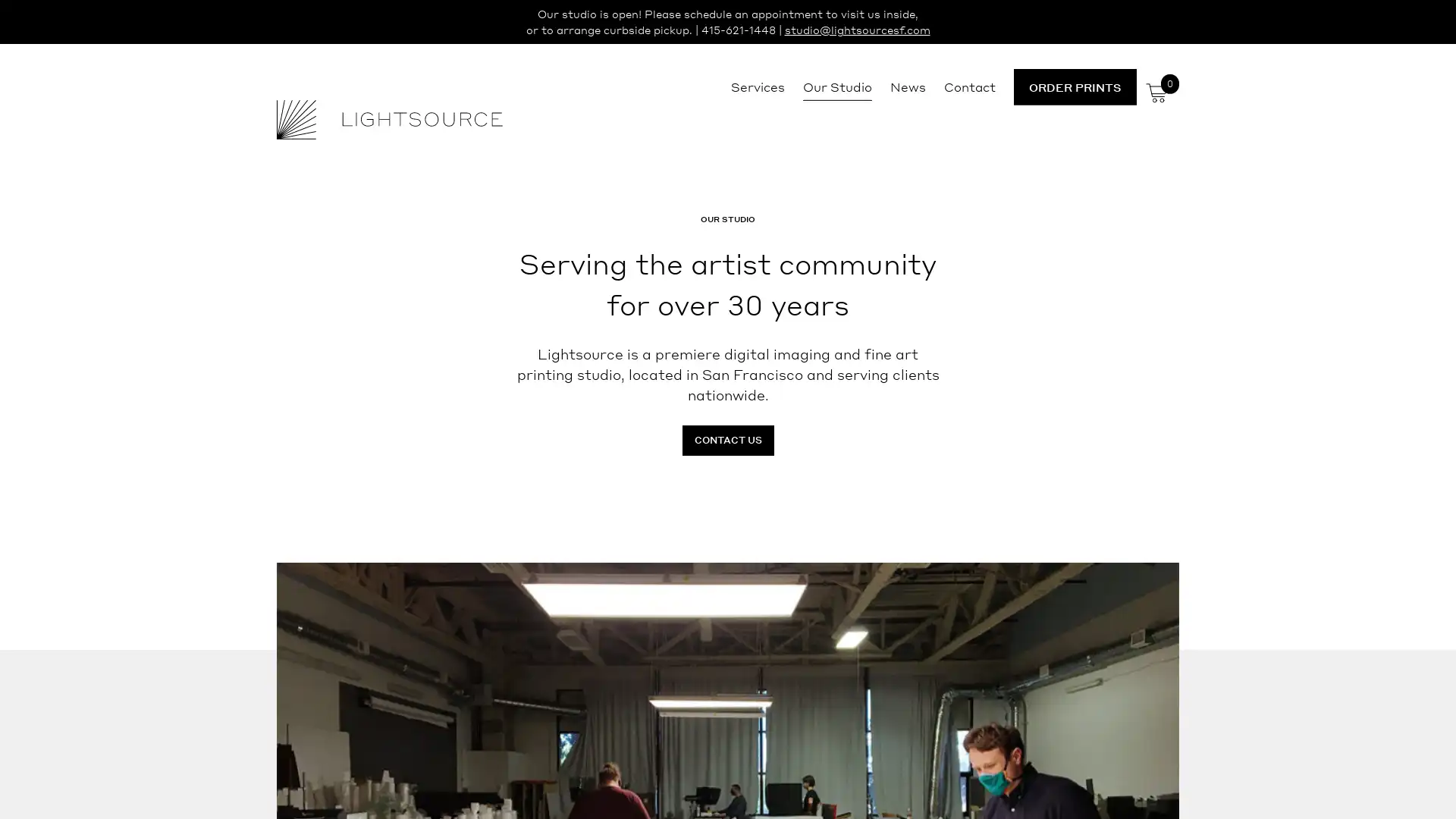  Describe the element at coordinates (870, 528) in the screenshot. I see `Sign up` at that location.